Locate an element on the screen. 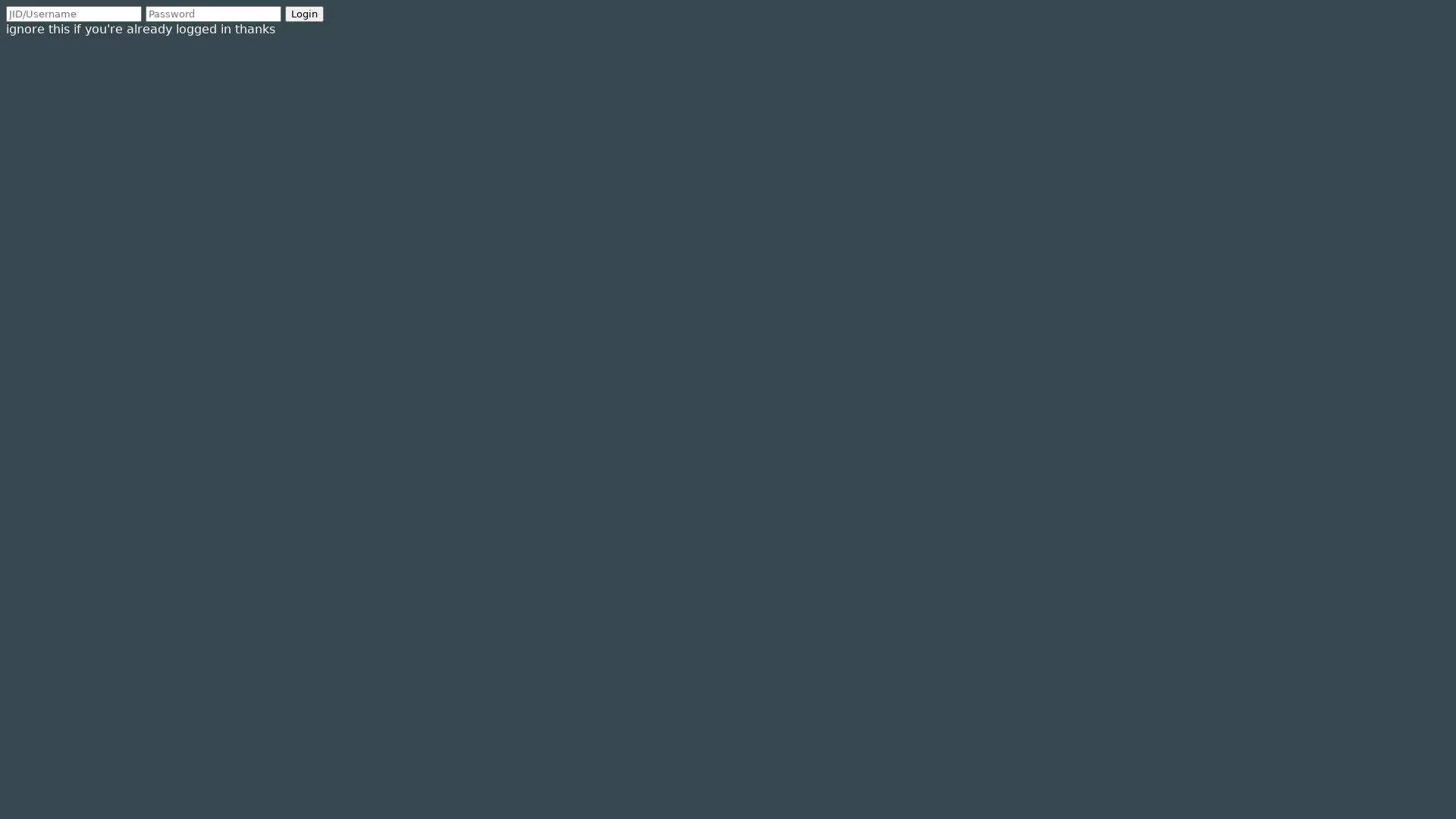 This screenshot has height=819, width=1456. Login is located at coordinates (303, 14).